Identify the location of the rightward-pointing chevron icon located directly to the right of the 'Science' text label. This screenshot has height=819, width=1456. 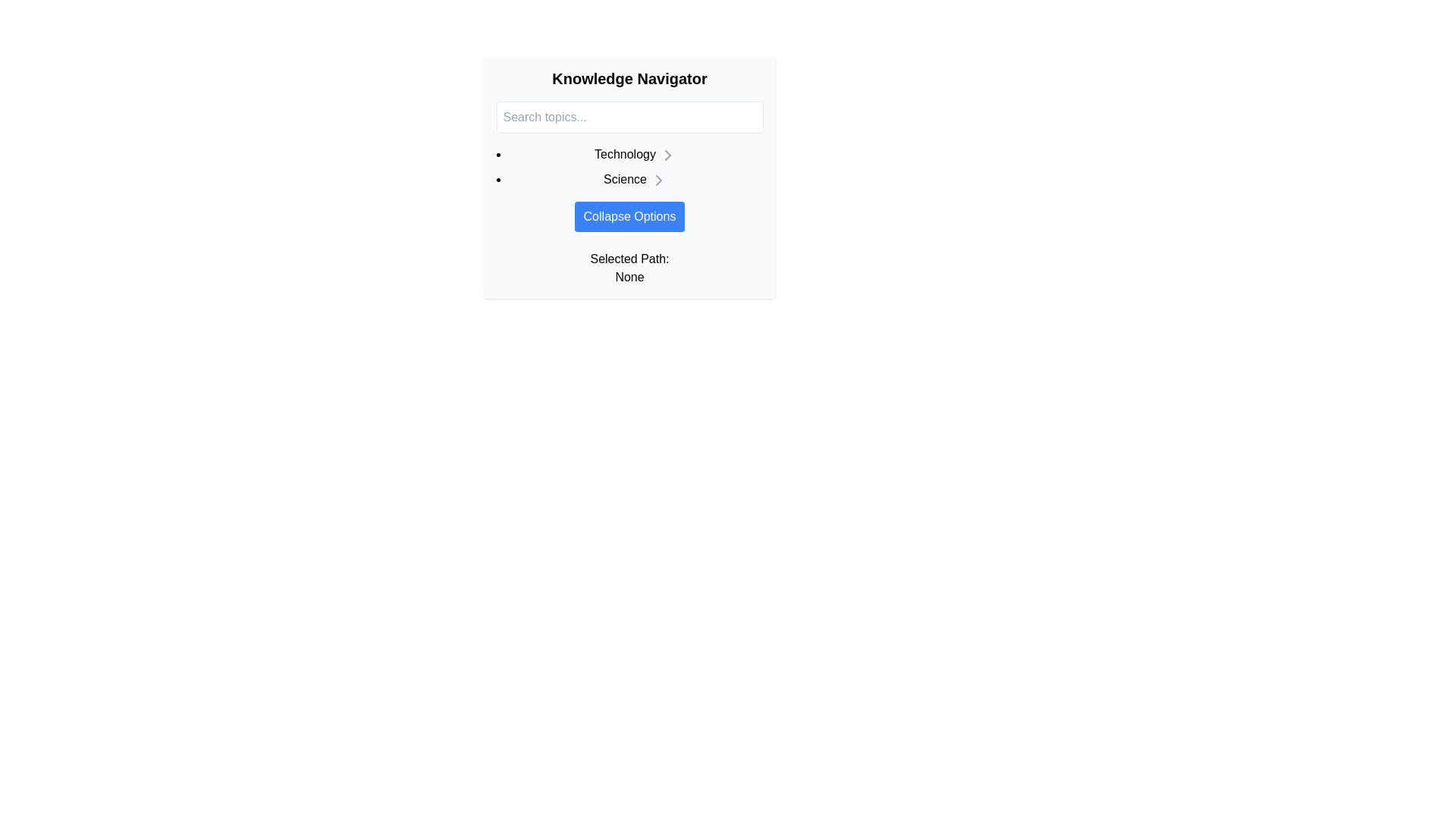
(658, 179).